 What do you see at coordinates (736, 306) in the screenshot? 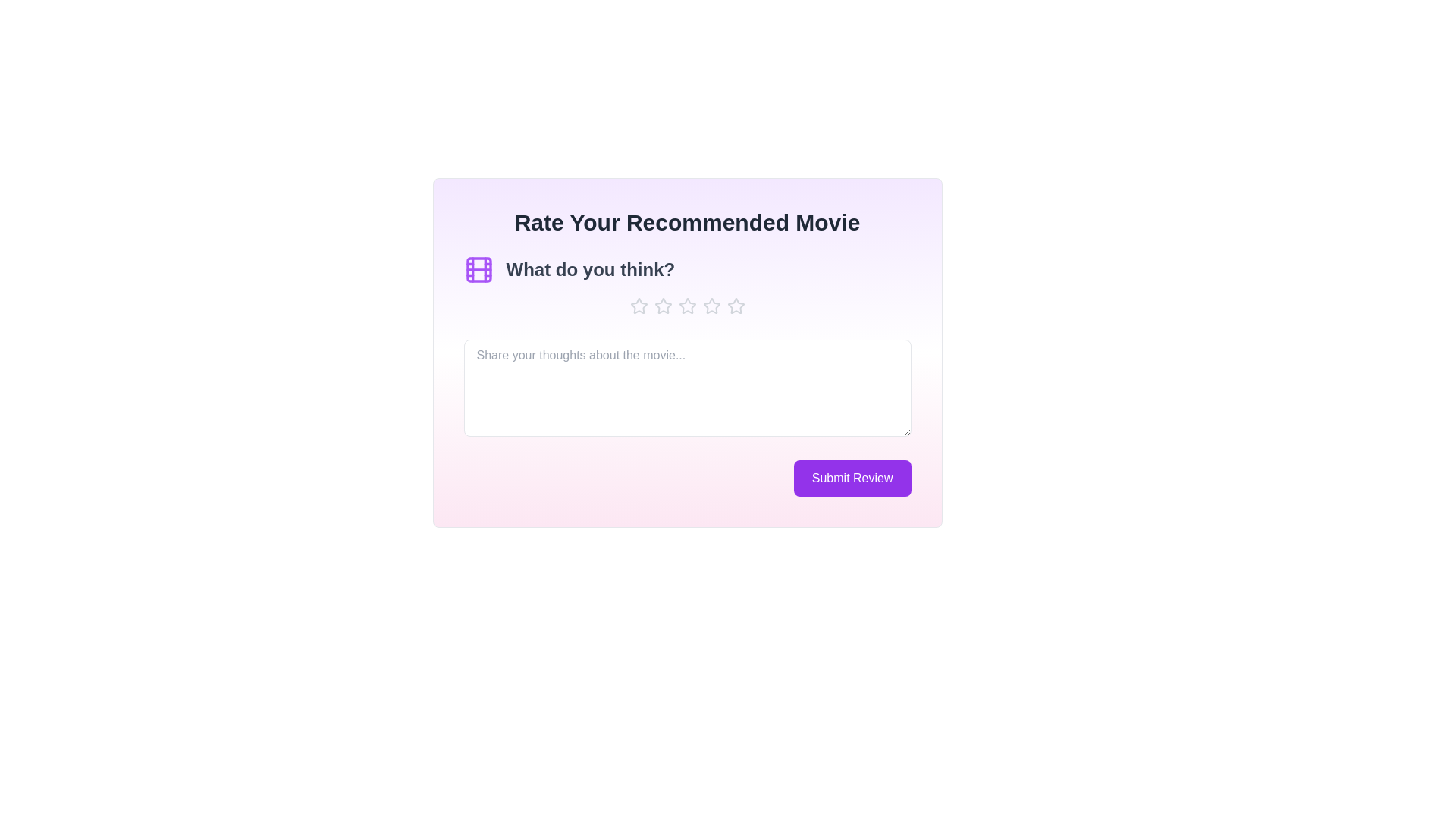
I see `the star icon to set the rating to 5` at bounding box center [736, 306].